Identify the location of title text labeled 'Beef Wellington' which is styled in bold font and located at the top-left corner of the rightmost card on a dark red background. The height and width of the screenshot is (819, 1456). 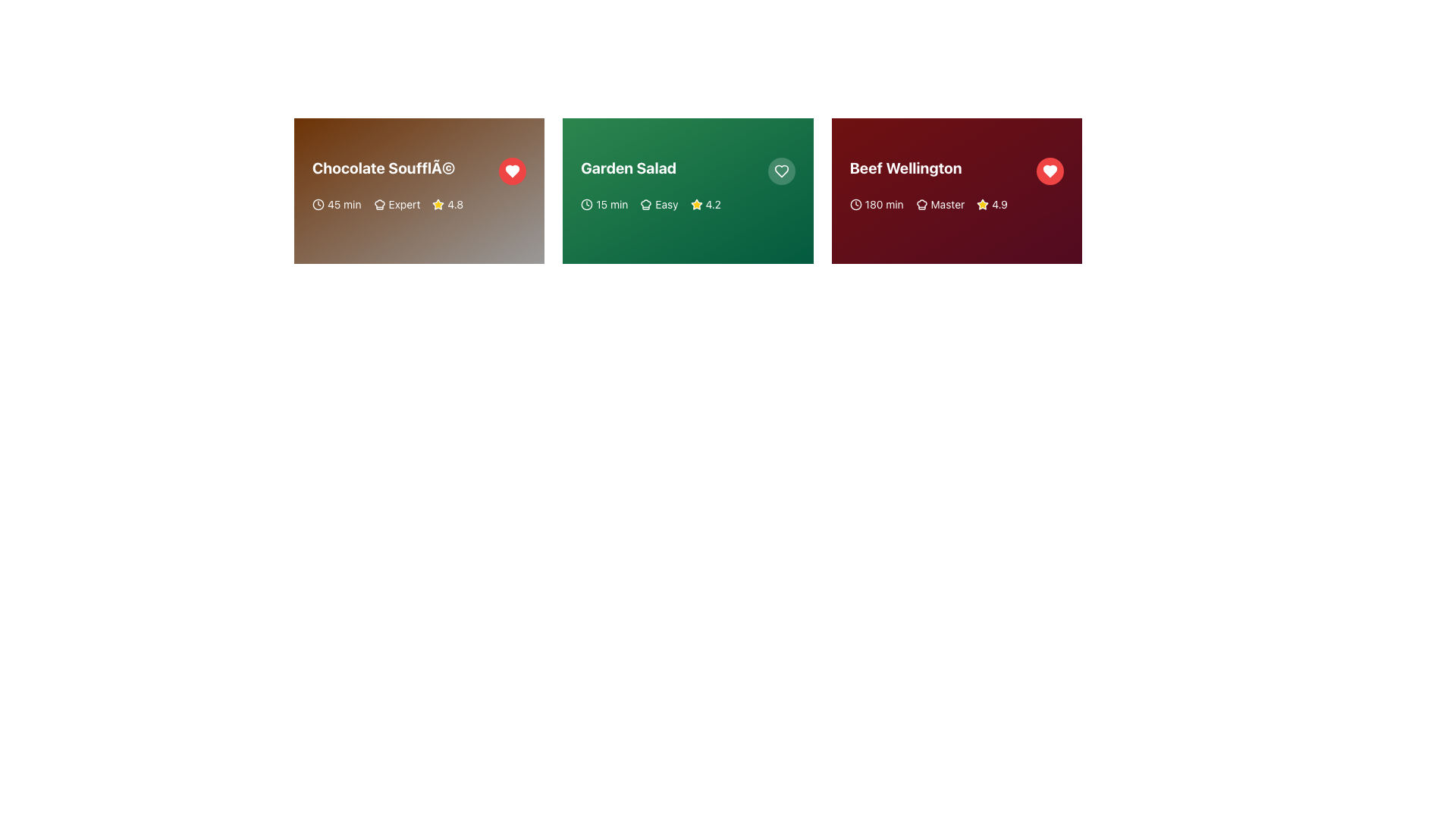
(905, 168).